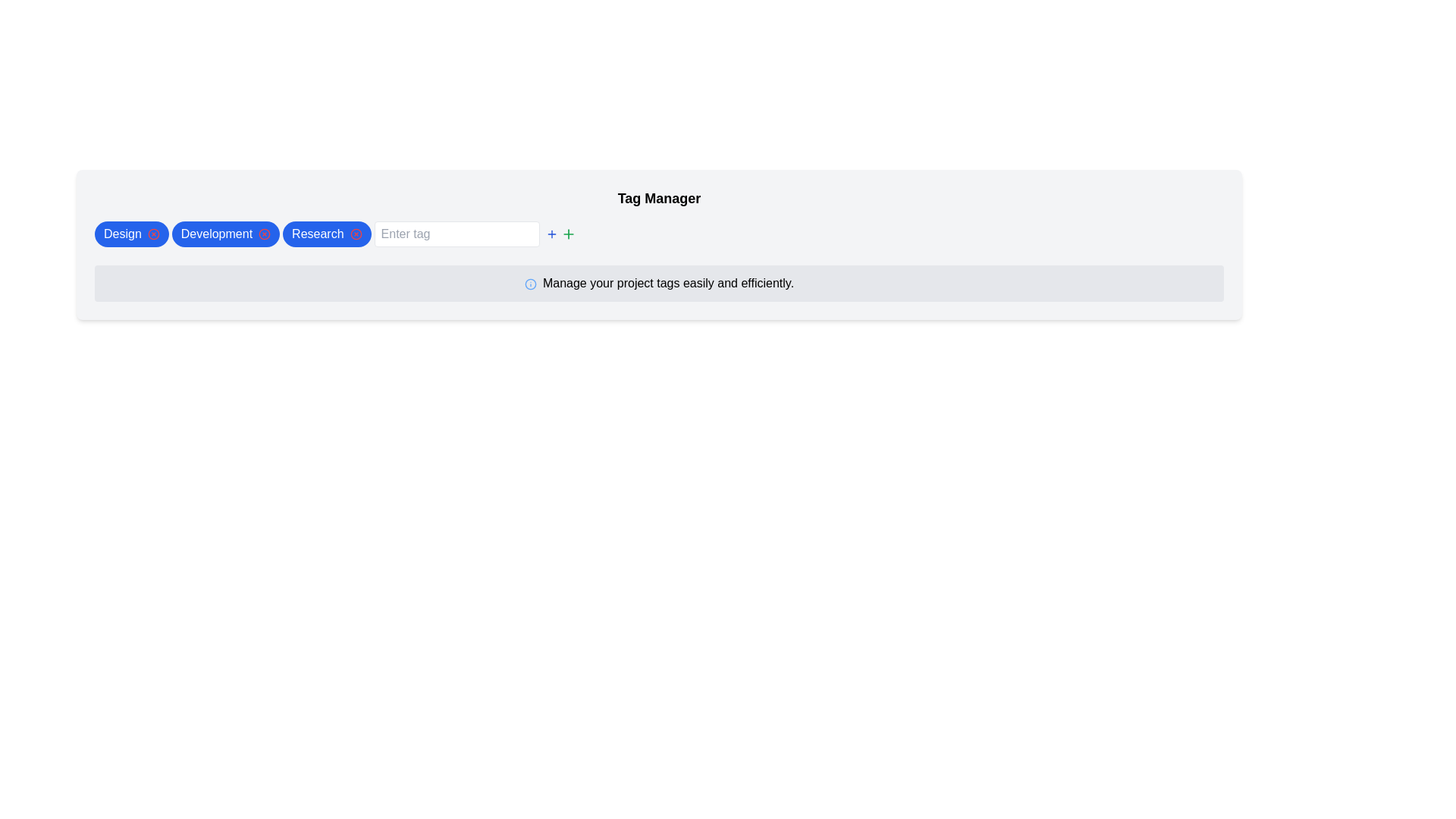 Image resolution: width=1456 pixels, height=819 pixels. Describe the element at coordinates (530, 284) in the screenshot. I see `the central circle of the SVG icon located near the top-center area of the interface, to the left of the main input field, to trigger the tooltip or information display` at that location.